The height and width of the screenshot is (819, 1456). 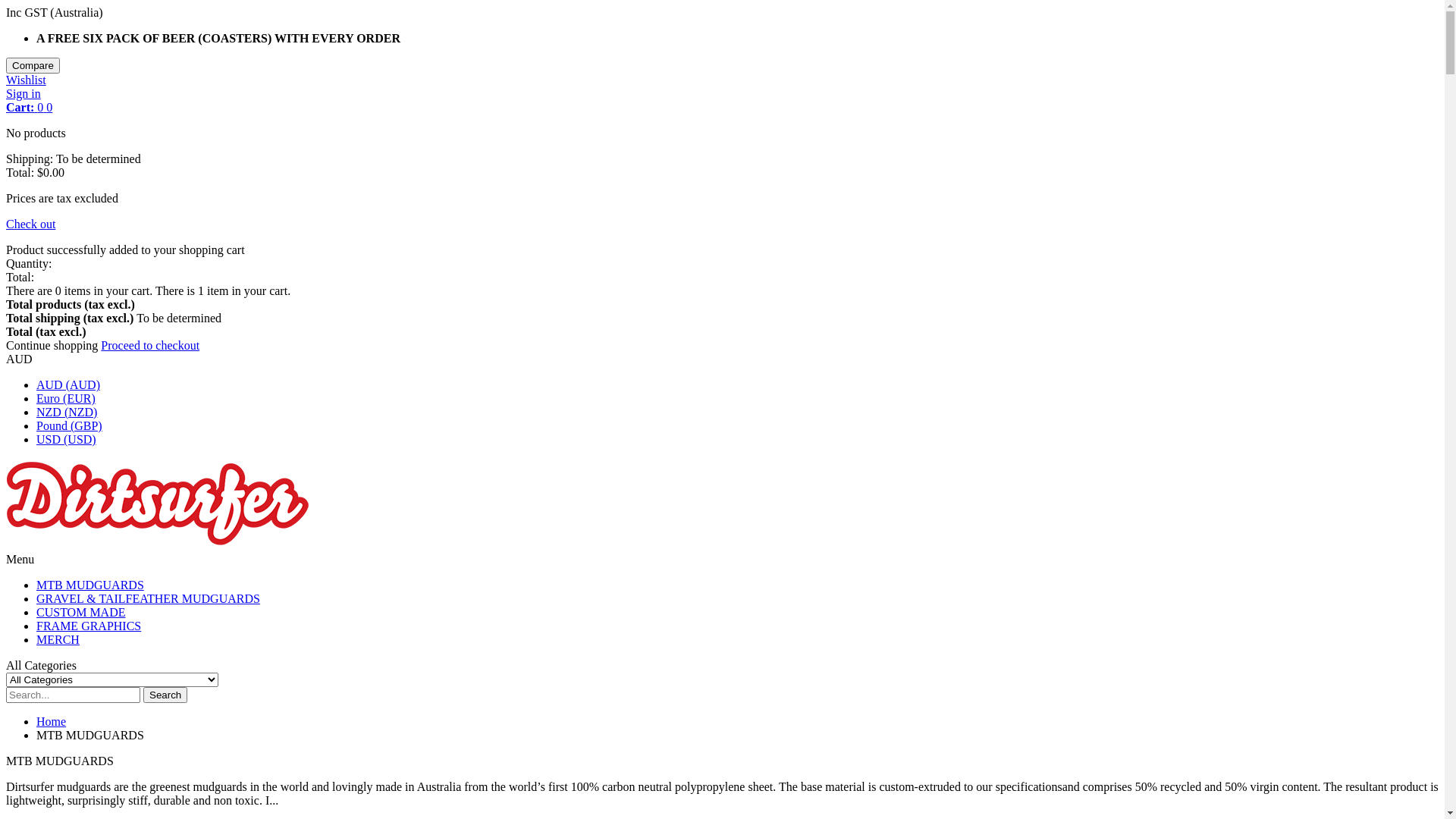 What do you see at coordinates (36, 384) in the screenshot?
I see `'AUD (AUD)'` at bounding box center [36, 384].